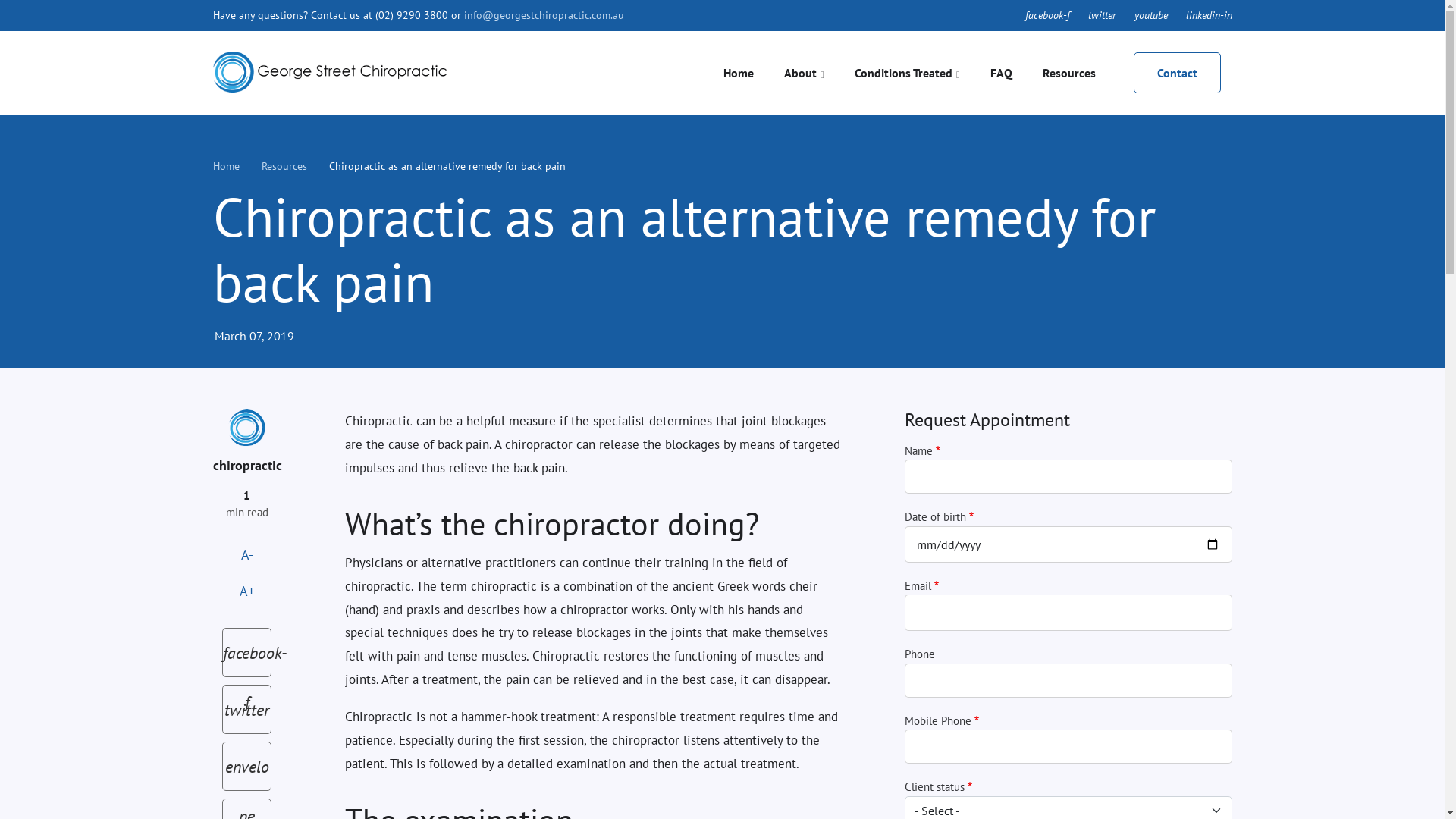 The width and height of the screenshot is (1456, 819). I want to click on 'info@georgestchiropractic.com.au', so click(544, 14).